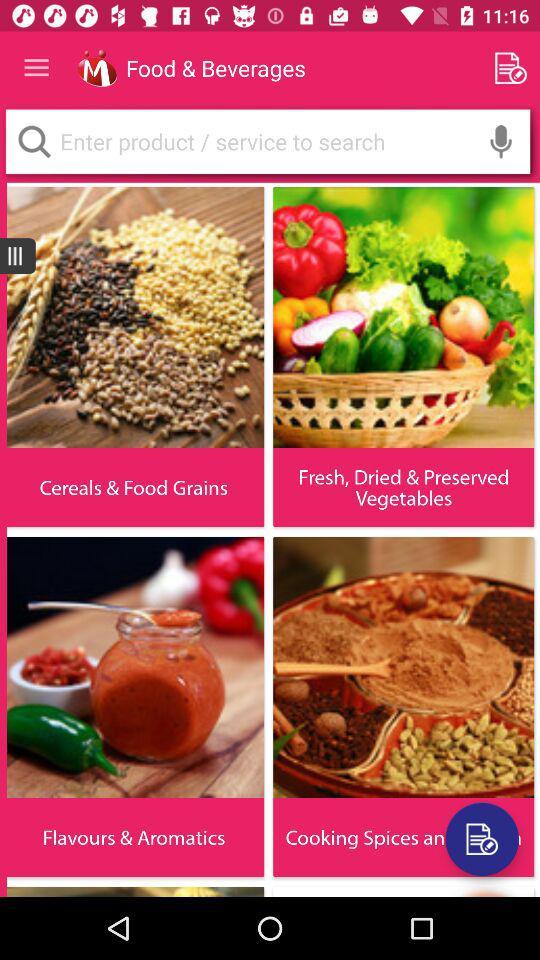 This screenshot has width=540, height=960. Describe the element at coordinates (16, 255) in the screenshot. I see `the pause icon` at that location.